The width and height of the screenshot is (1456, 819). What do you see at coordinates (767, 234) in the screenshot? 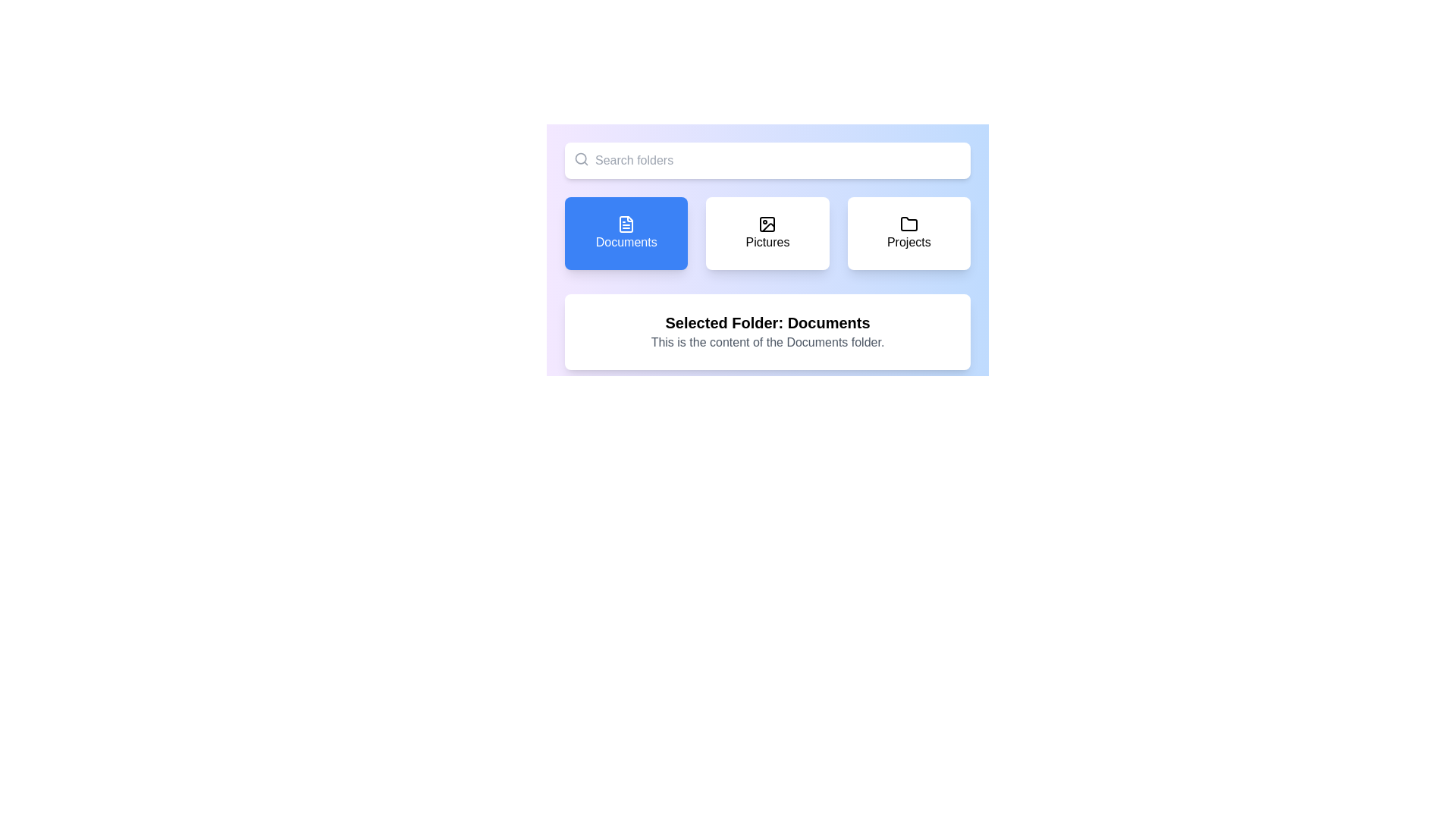
I see `the second tile button that navigates to the 'Pictures' section, located below the 'Search folders' bar` at bounding box center [767, 234].